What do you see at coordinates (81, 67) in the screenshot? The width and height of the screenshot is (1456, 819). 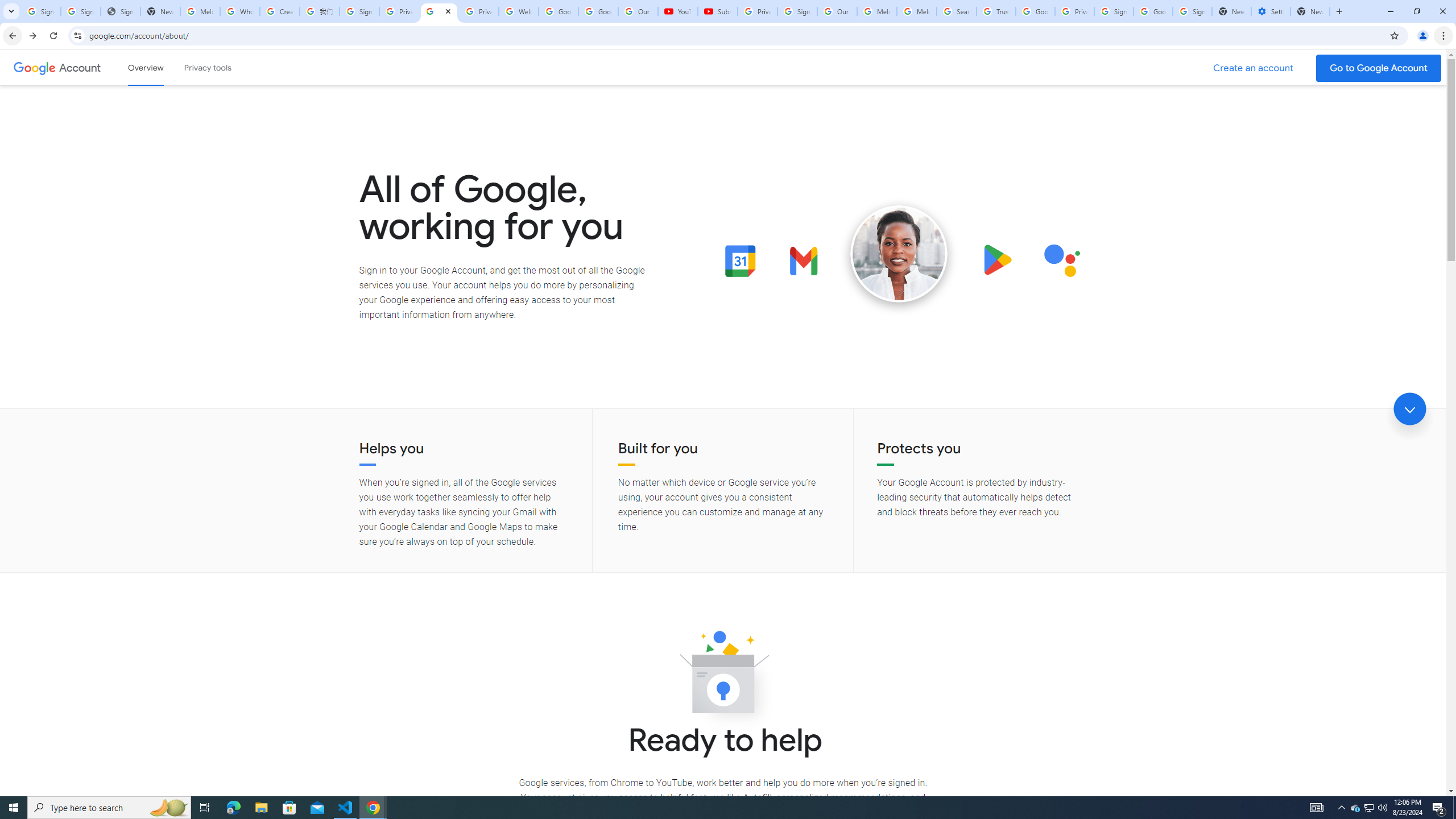 I see `'Google Account'` at bounding box center [81, 67].